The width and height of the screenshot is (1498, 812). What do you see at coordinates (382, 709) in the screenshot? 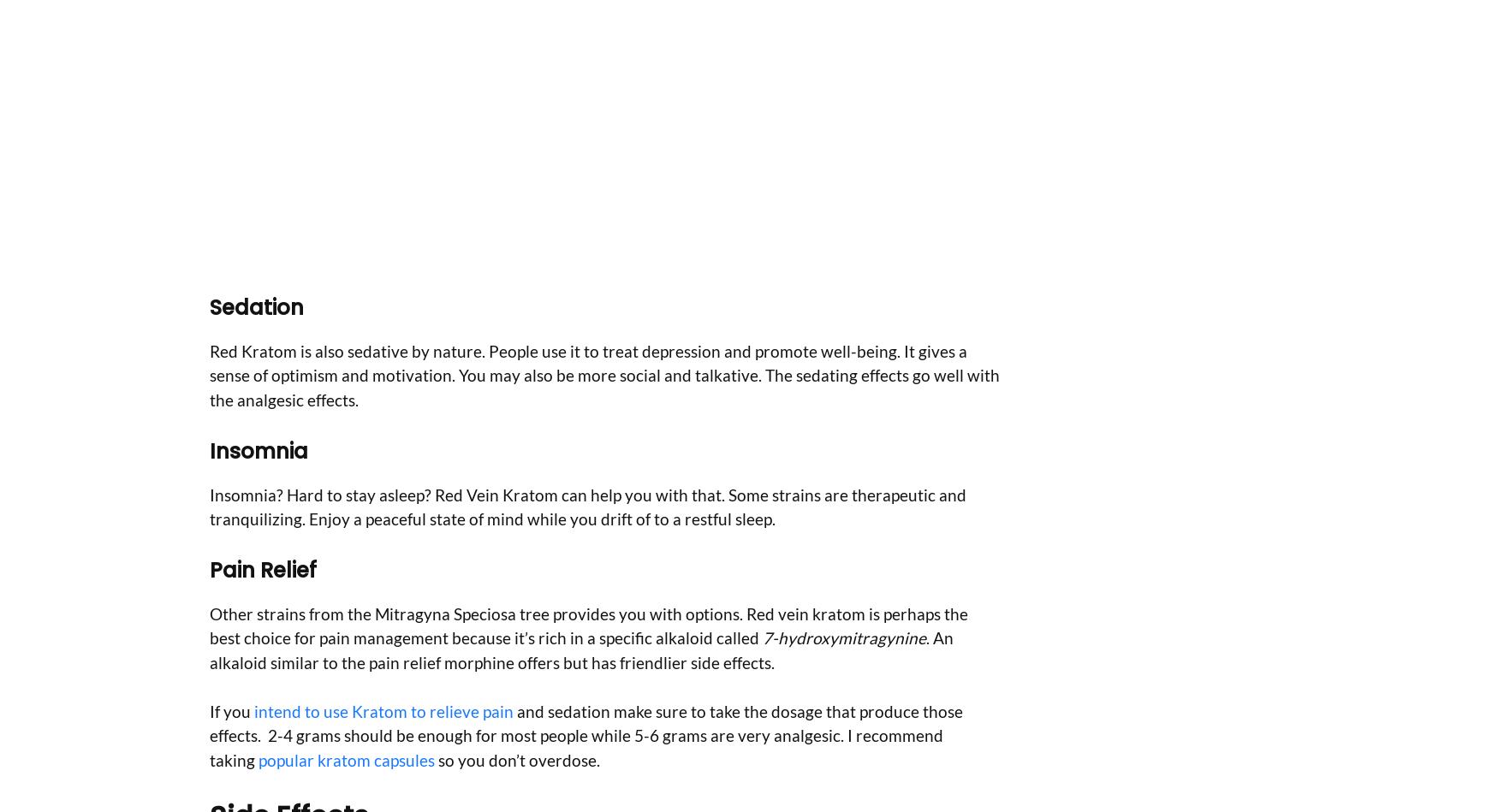
I see `'intend to use Kratom to relieve pain'` at bounding box center [382, 709].